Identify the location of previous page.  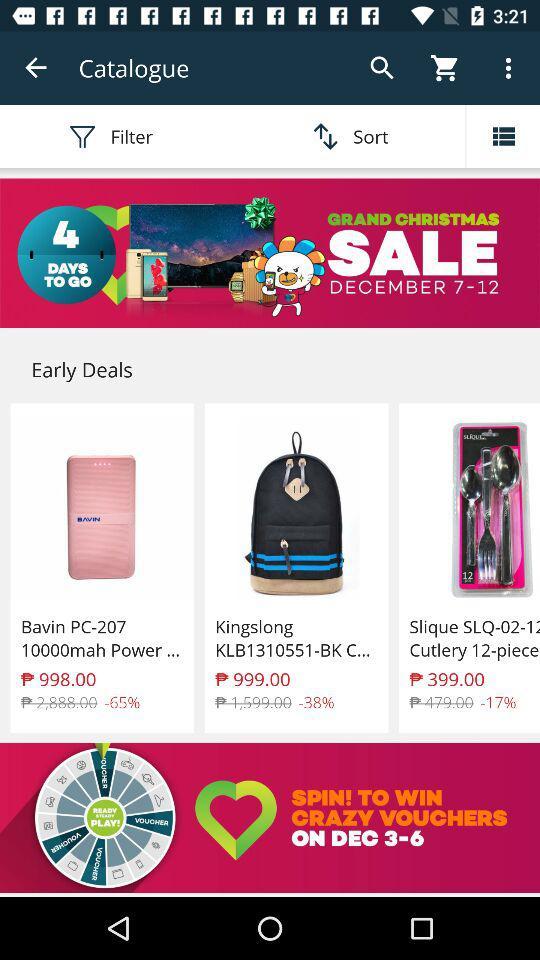
(36, 68).